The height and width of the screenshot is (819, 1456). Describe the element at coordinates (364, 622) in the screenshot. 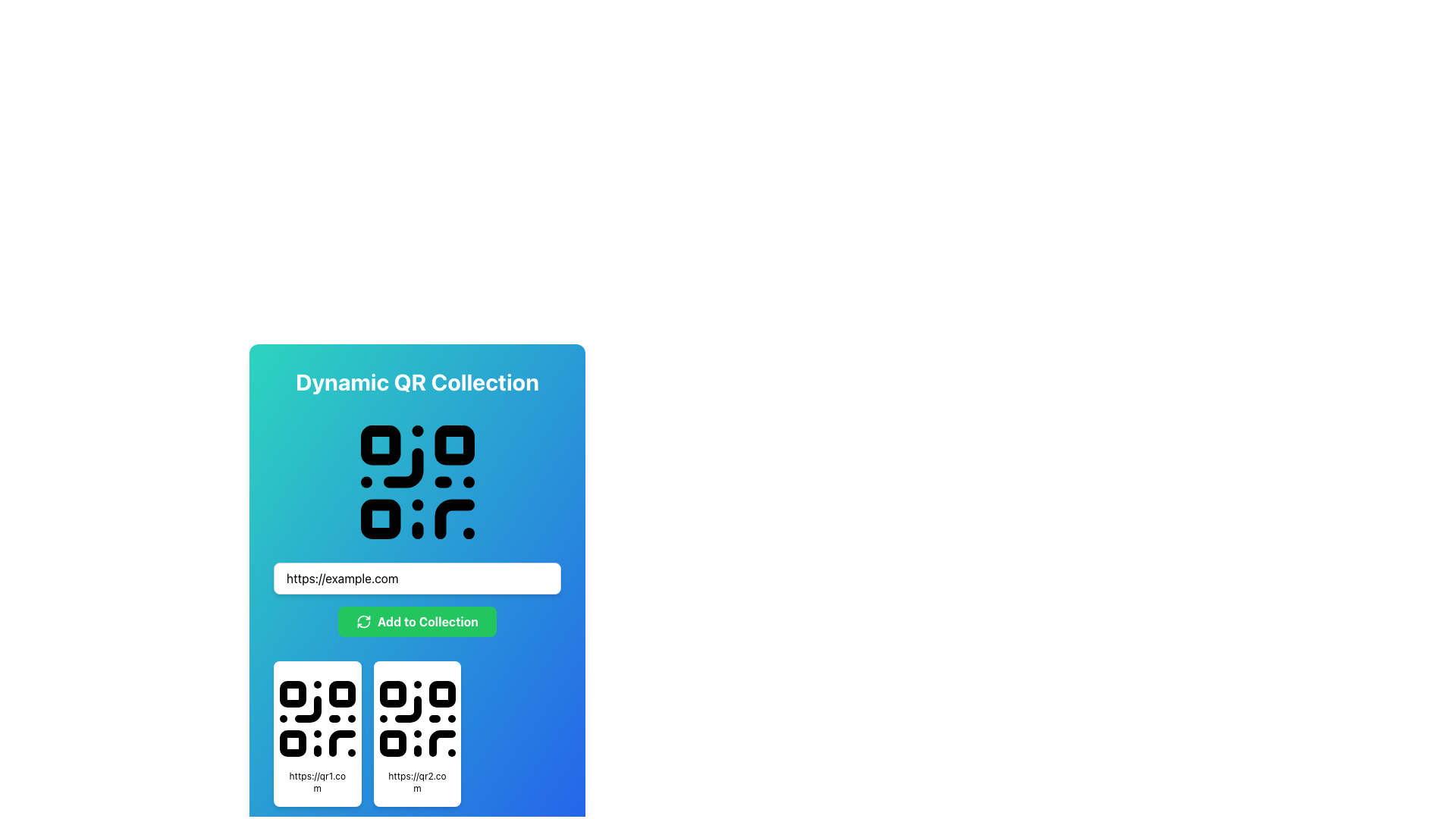

I see `the circular arrow icon located on the left side of the 'Add to Collection' button` at that location.